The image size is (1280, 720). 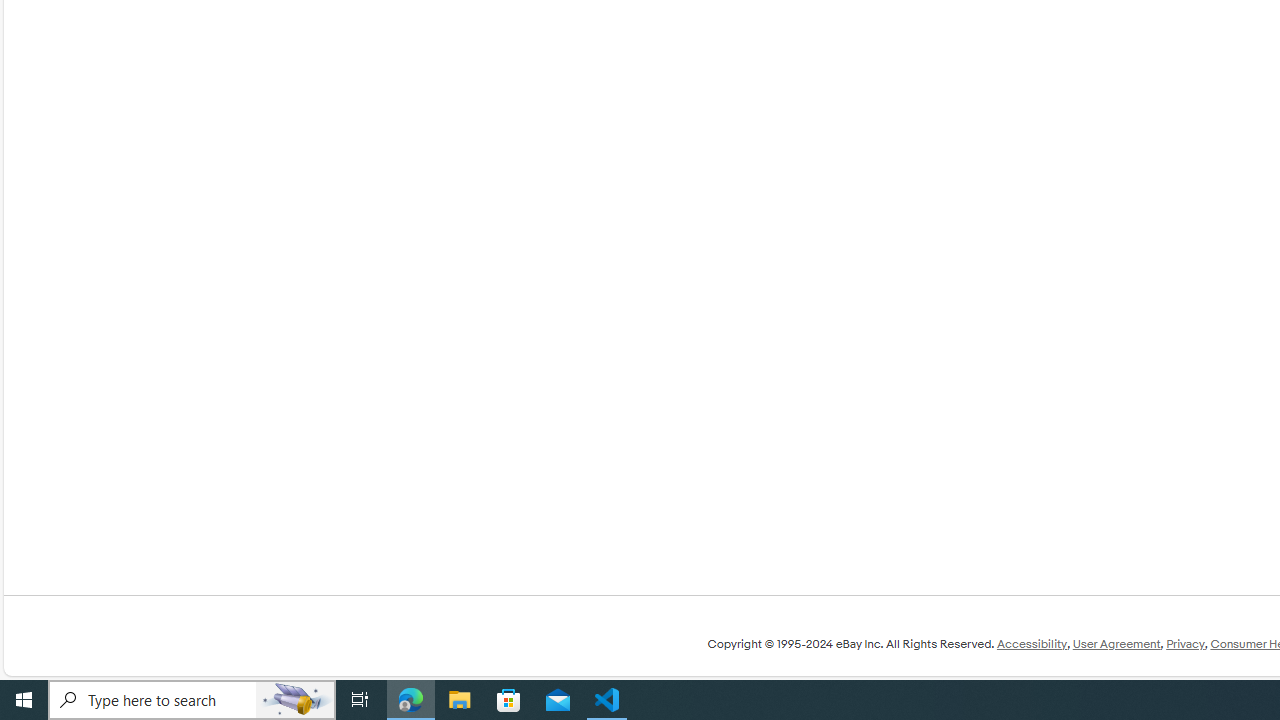 What do you see at coordinates (1185, 644) in the screenshot?
I see `'Privacy'` at bounding box center [1185, 644].